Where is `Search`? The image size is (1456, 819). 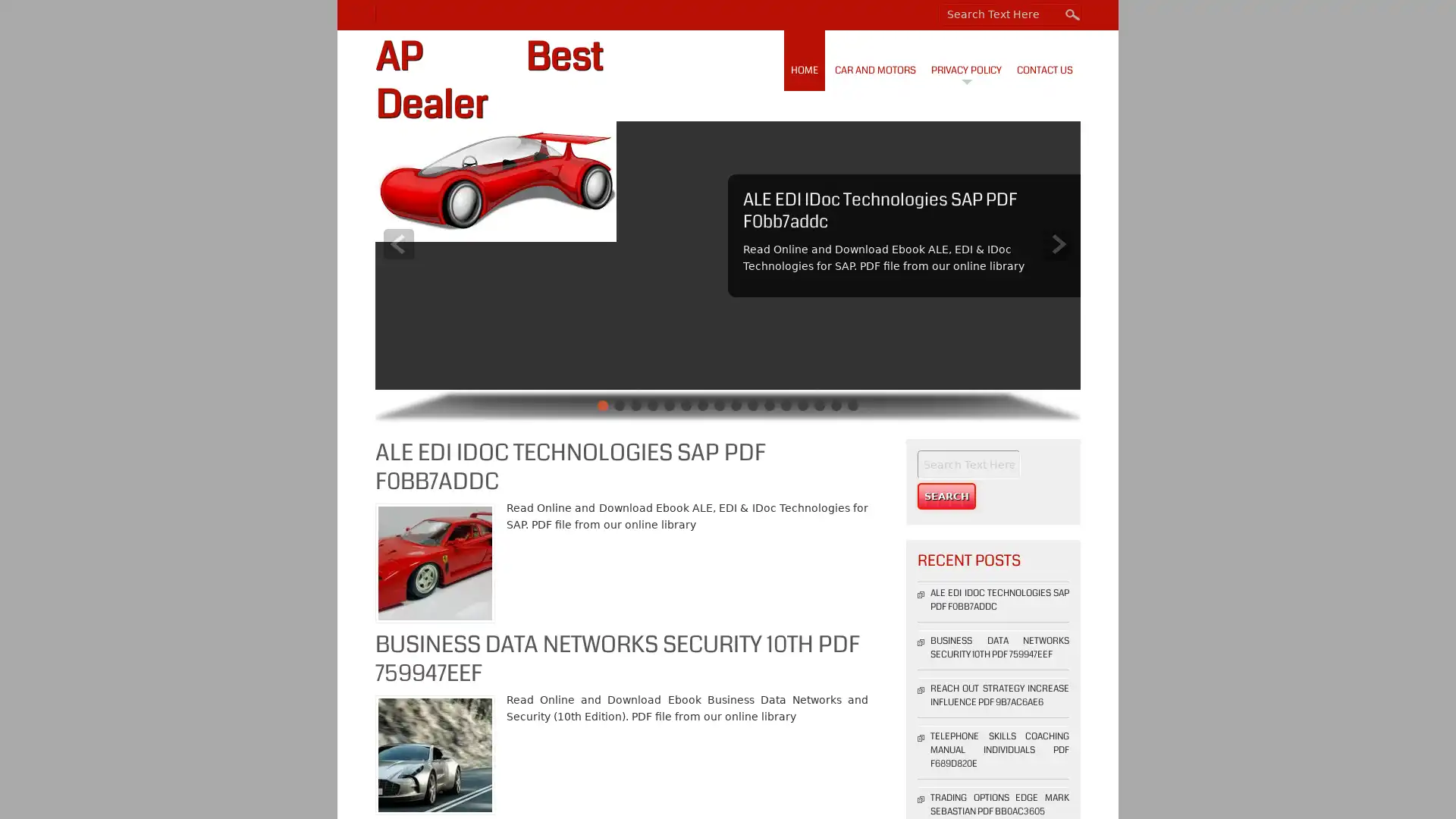
Search is located at coordinates (946, 496).